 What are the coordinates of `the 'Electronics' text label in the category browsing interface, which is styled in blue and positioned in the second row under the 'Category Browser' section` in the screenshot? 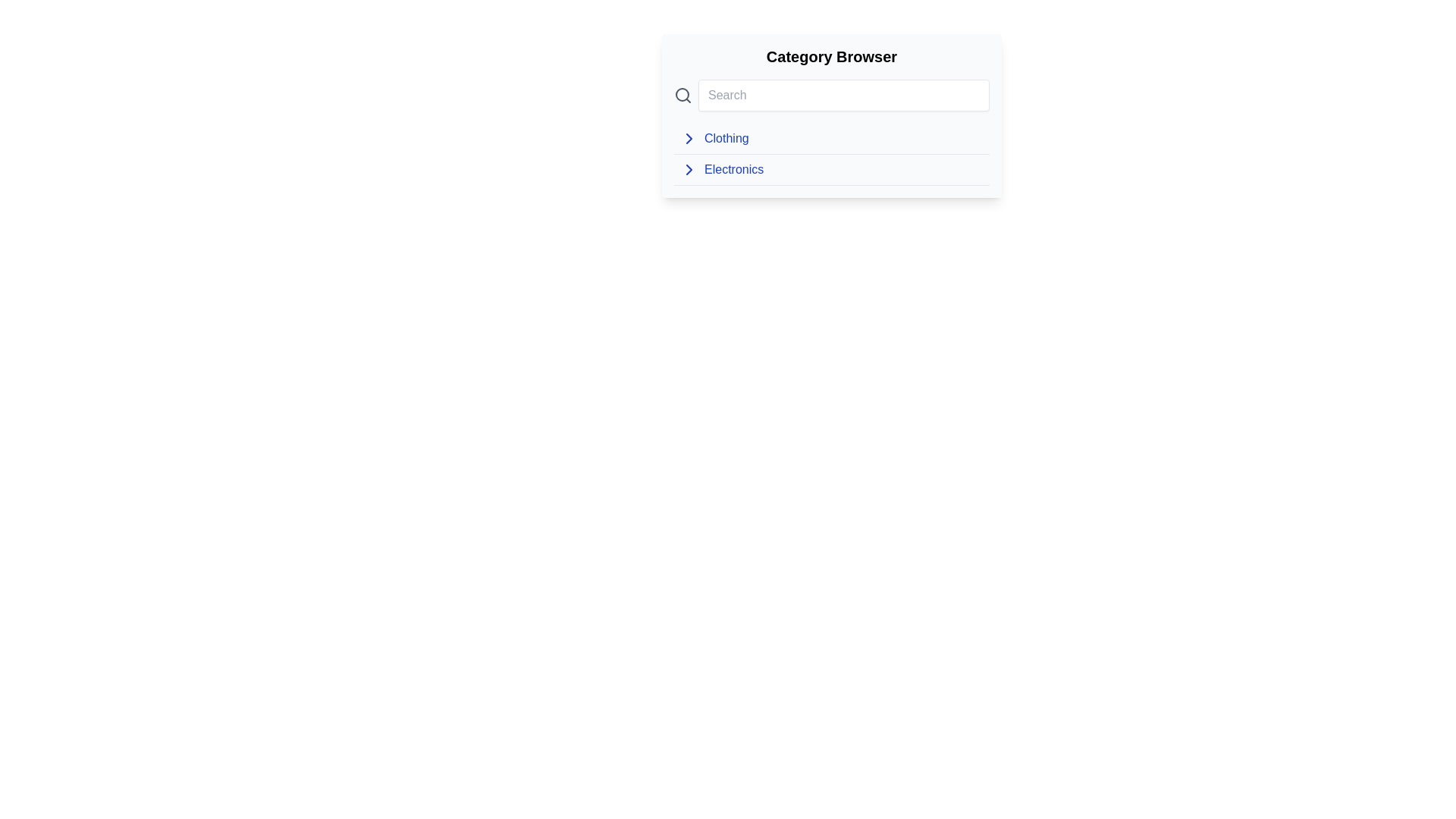 It's located at (734, 169).